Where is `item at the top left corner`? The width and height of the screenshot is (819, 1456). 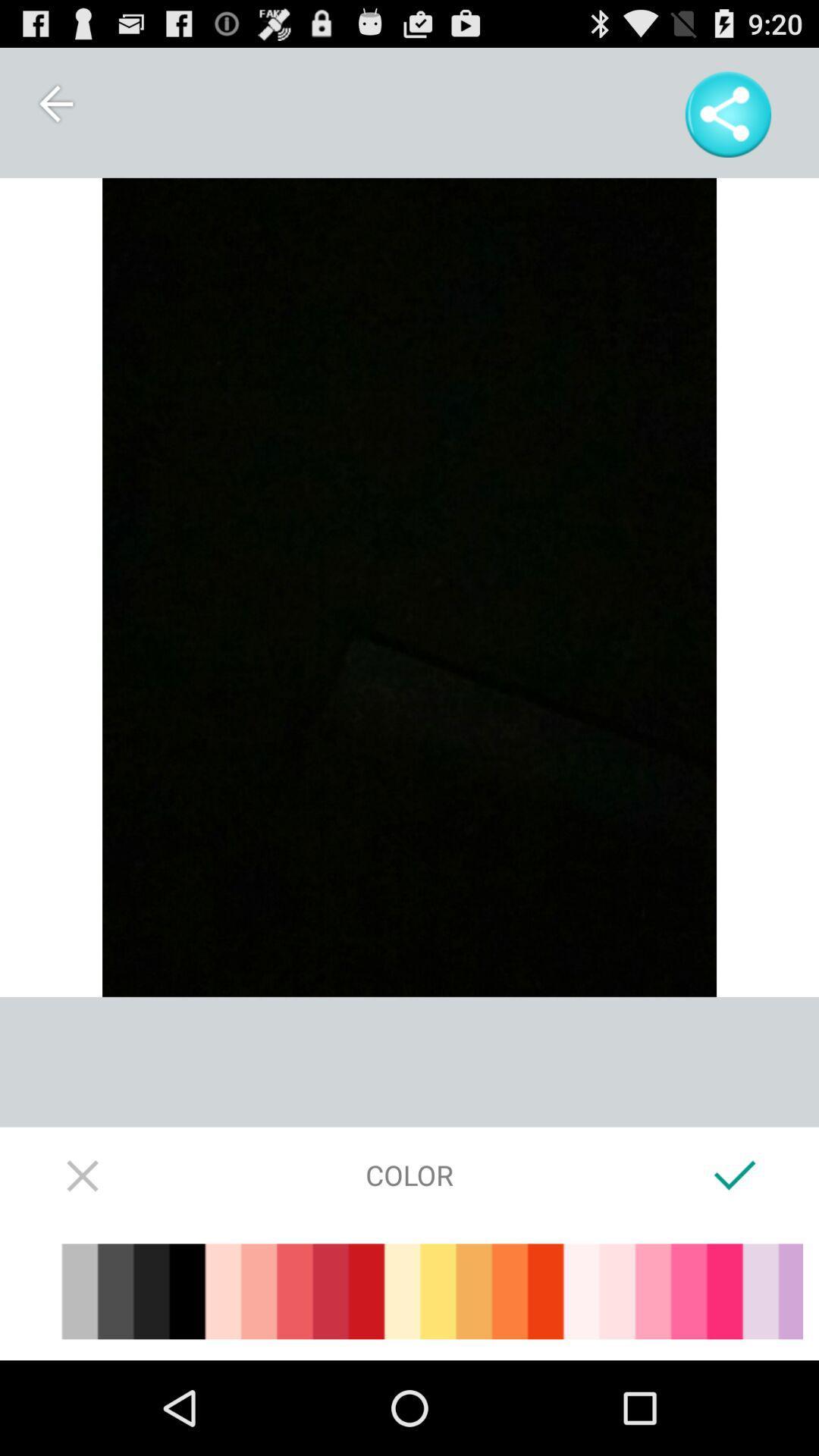
item at the top left corner is located at coordinates (55, 102).